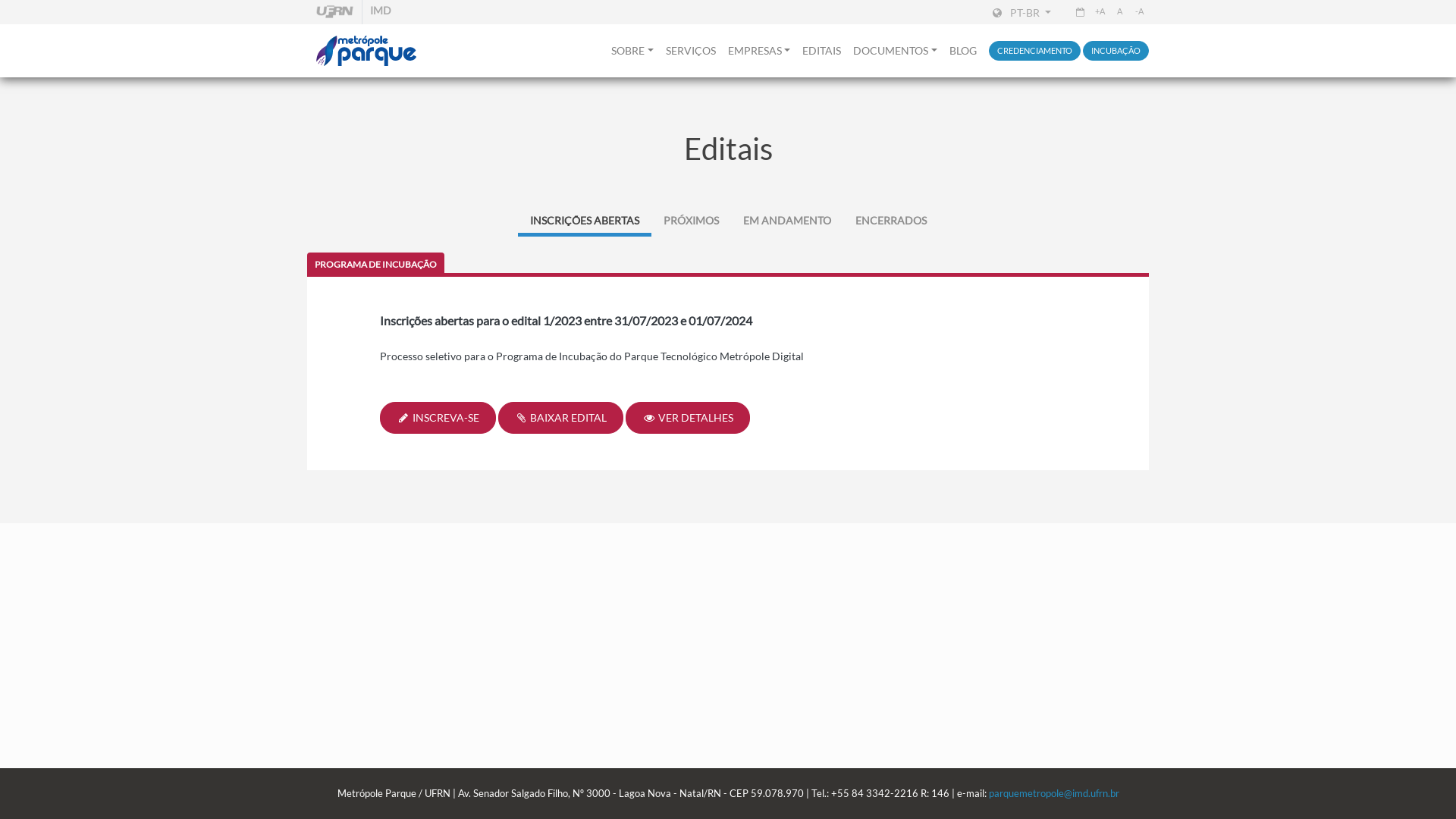 The image size is (1456, 819). Describe the element at coordinates (360, 11) in the screenshot. I see `'IMD'` at that location.